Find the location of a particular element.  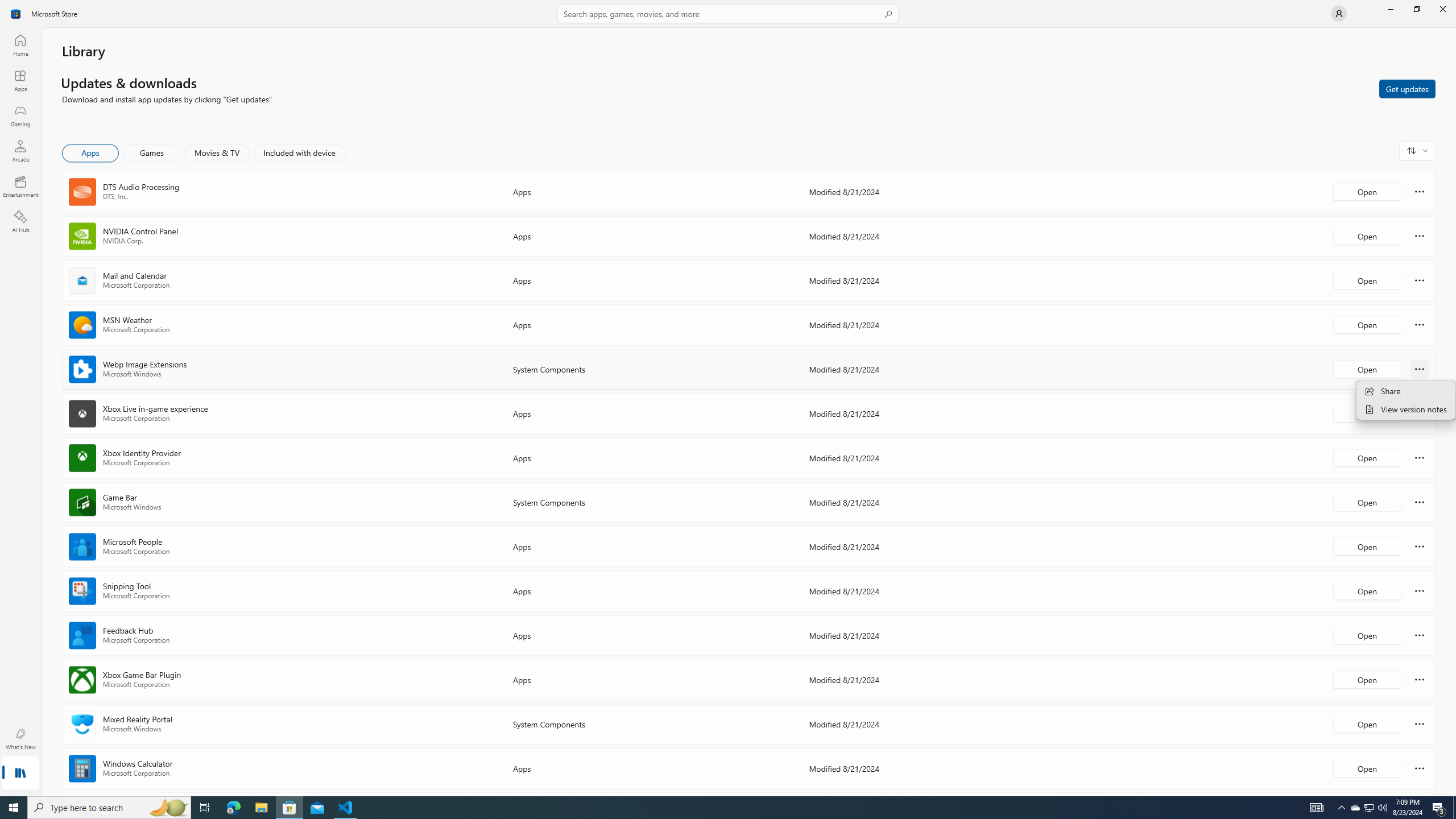

'Movies & TV' is located at coordinates (216, 152).